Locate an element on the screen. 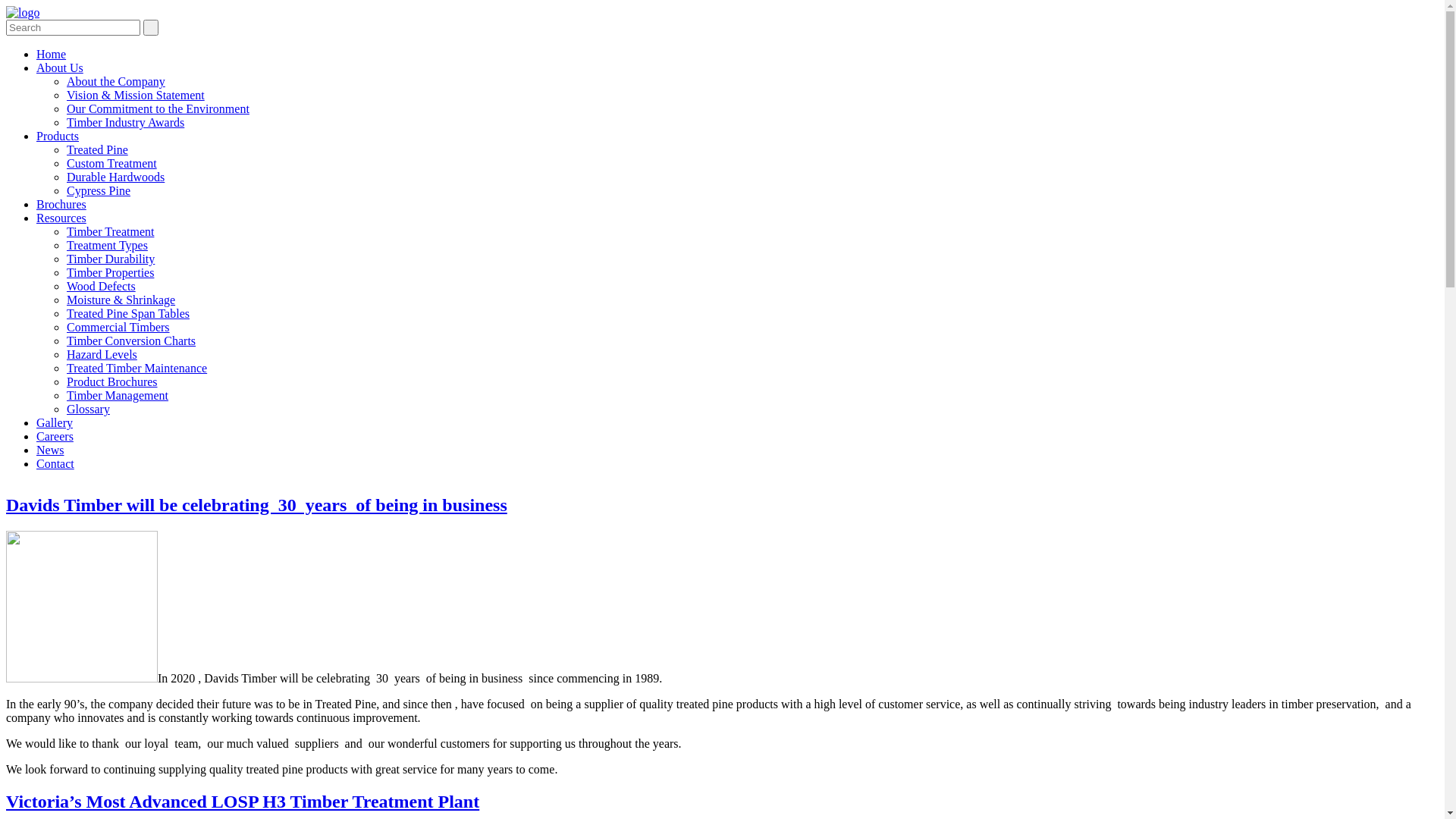  'Resources' is located at coordinates (61, 218).